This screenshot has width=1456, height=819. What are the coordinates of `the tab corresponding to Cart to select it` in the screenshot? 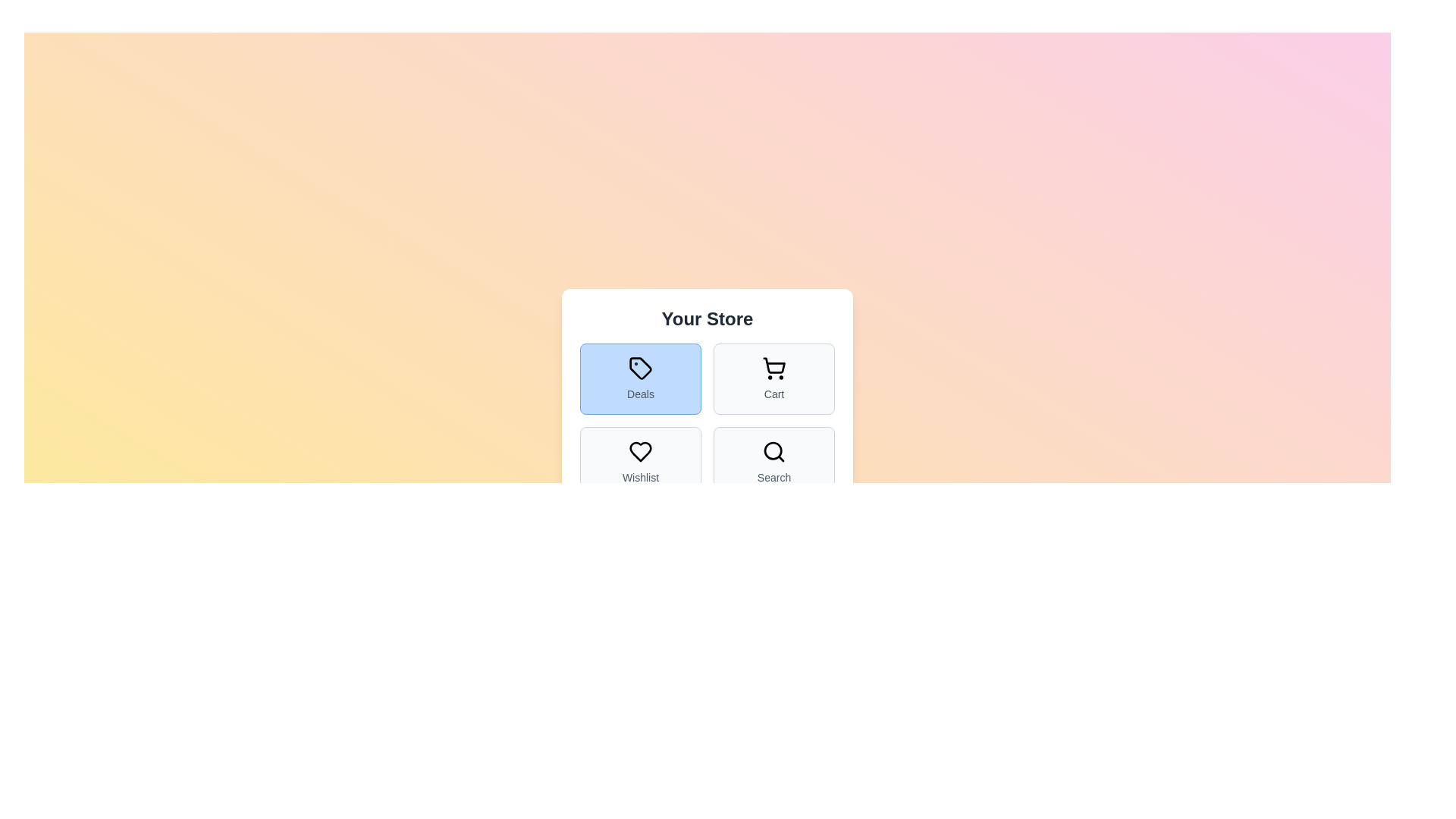 It's located at (774, 378).